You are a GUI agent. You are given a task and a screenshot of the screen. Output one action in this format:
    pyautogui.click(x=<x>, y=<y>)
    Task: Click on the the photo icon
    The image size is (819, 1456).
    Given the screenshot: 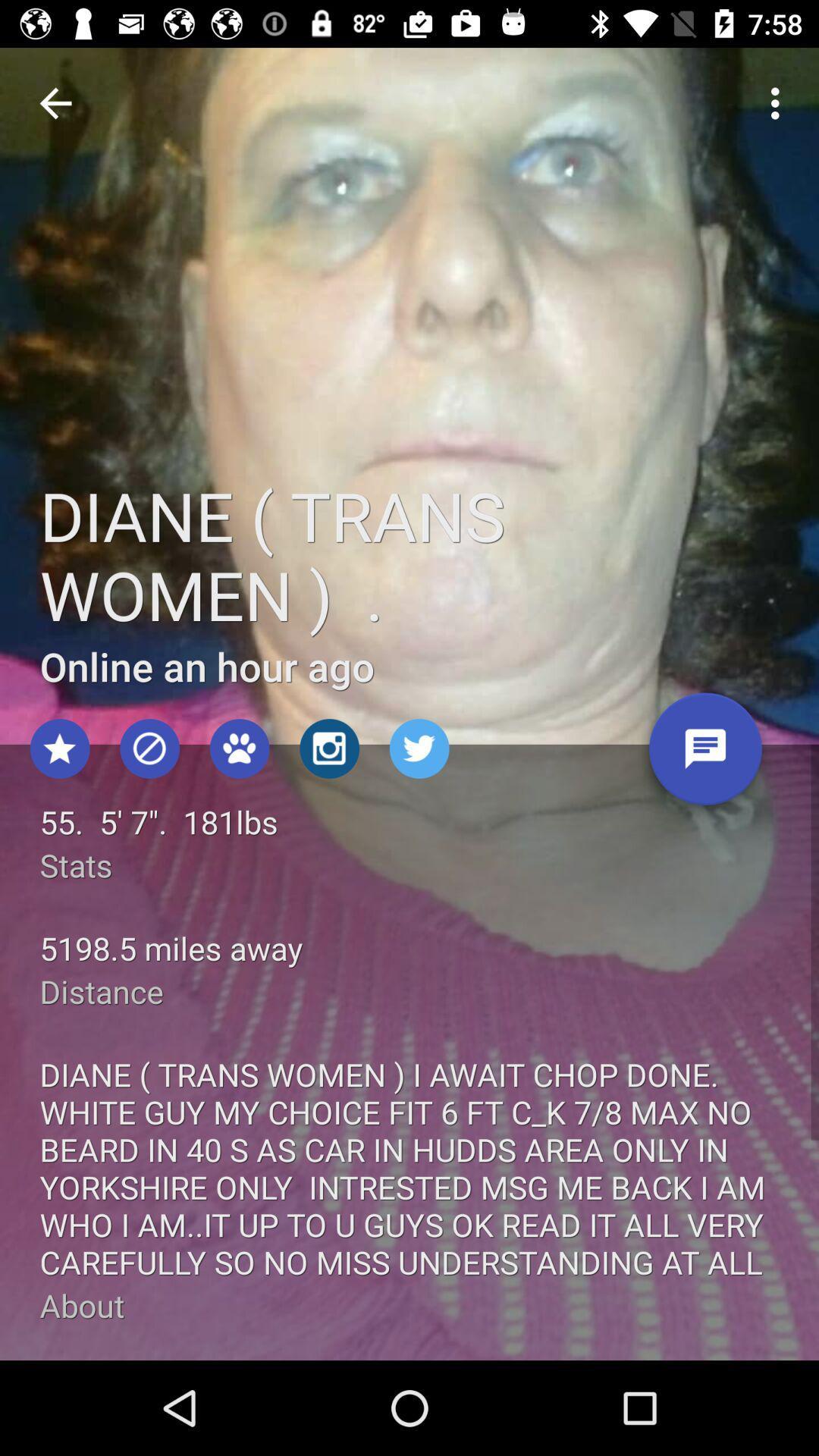 What is the action you would take?
    pyautogui.click(x=328, y=748)
    